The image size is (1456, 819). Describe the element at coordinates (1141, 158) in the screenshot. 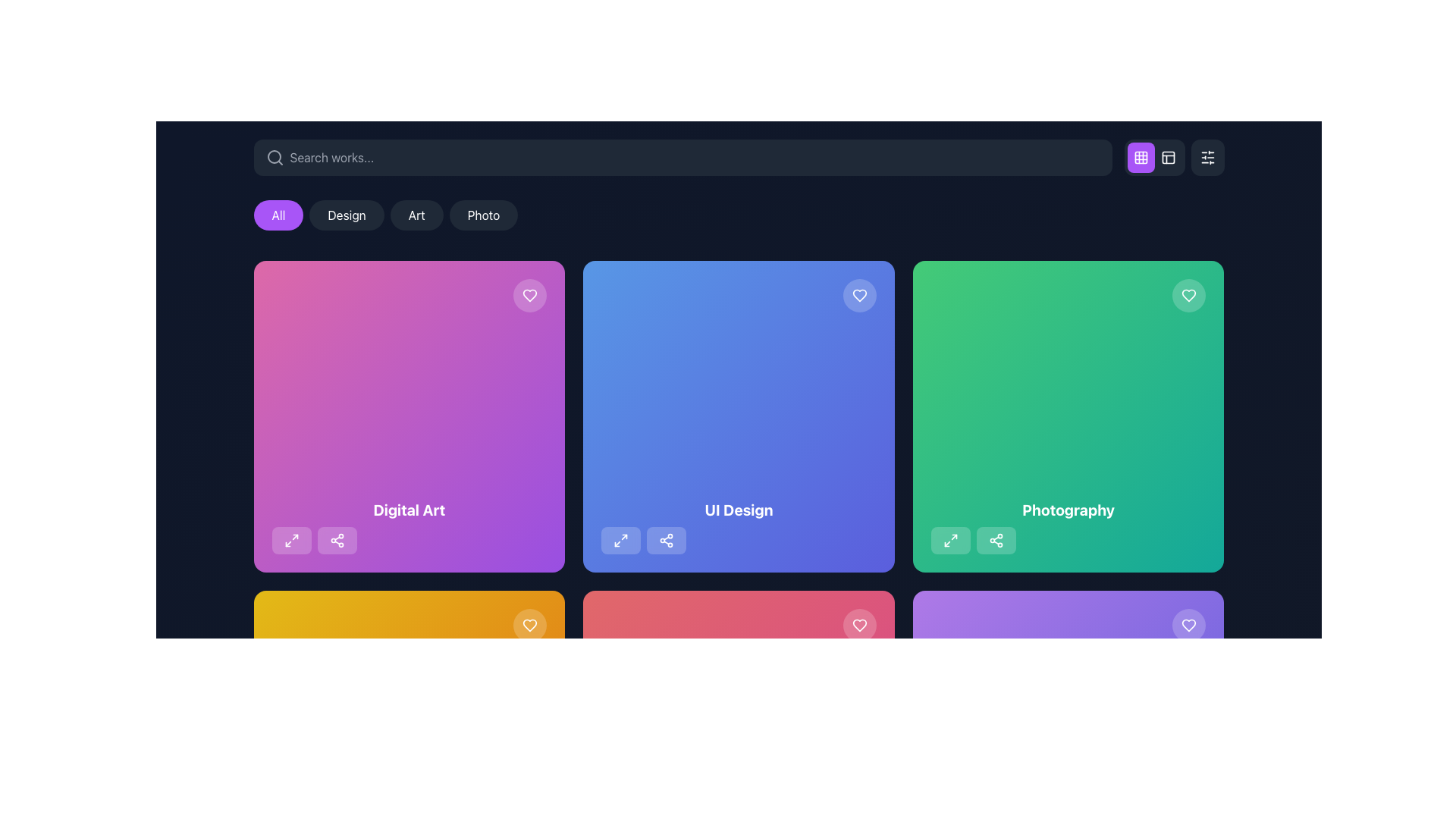

I see `the white grid icon button with rounded corners in the top-right corner of the layout` at that location.